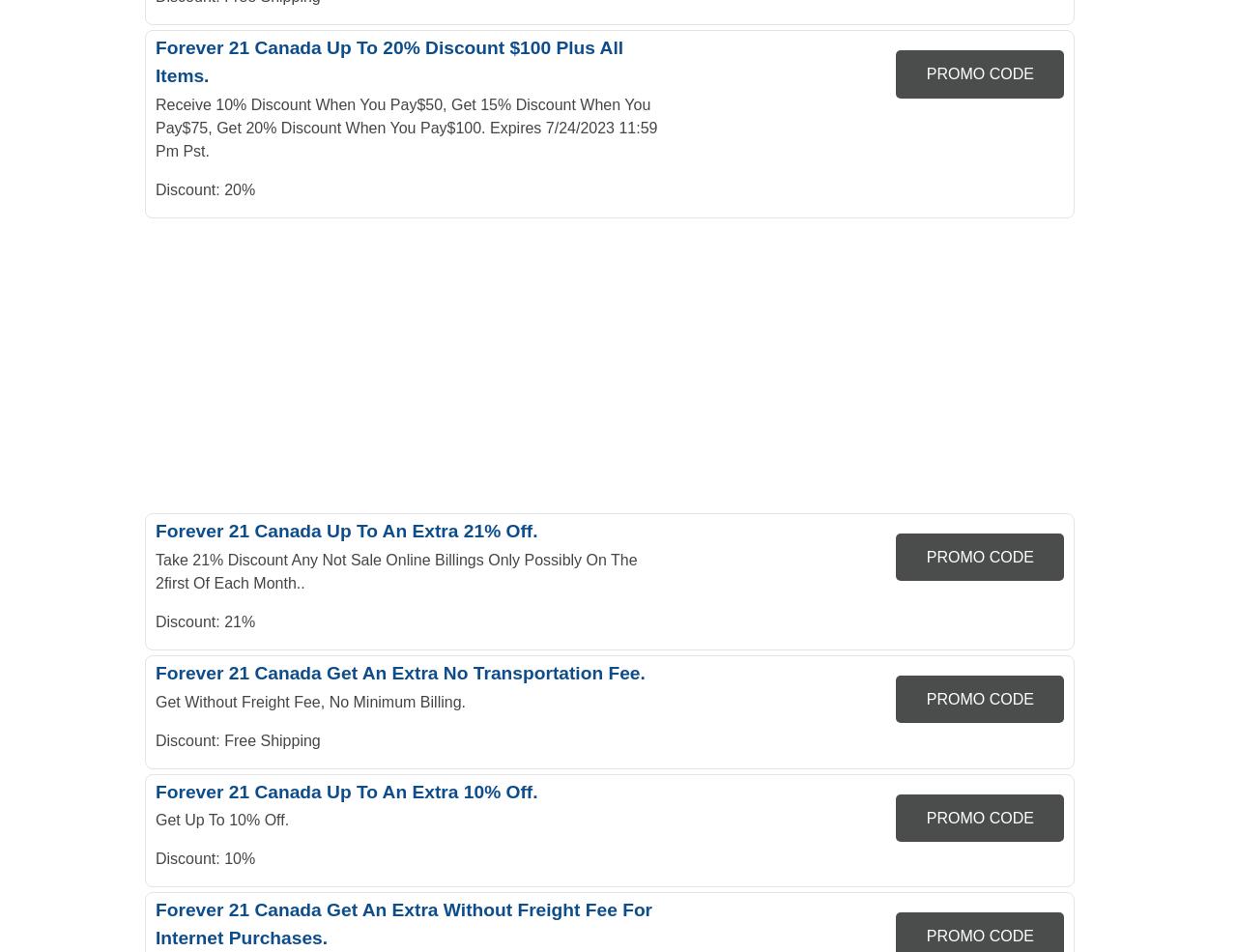 The width and height of the screenshot is (1237, 952). Describe the element at coordinates (403, 924) in the screenshot. I see `'Forever 21 Canada Get An Extra Without Freight Fee For Internet Purchases.'` at that location.